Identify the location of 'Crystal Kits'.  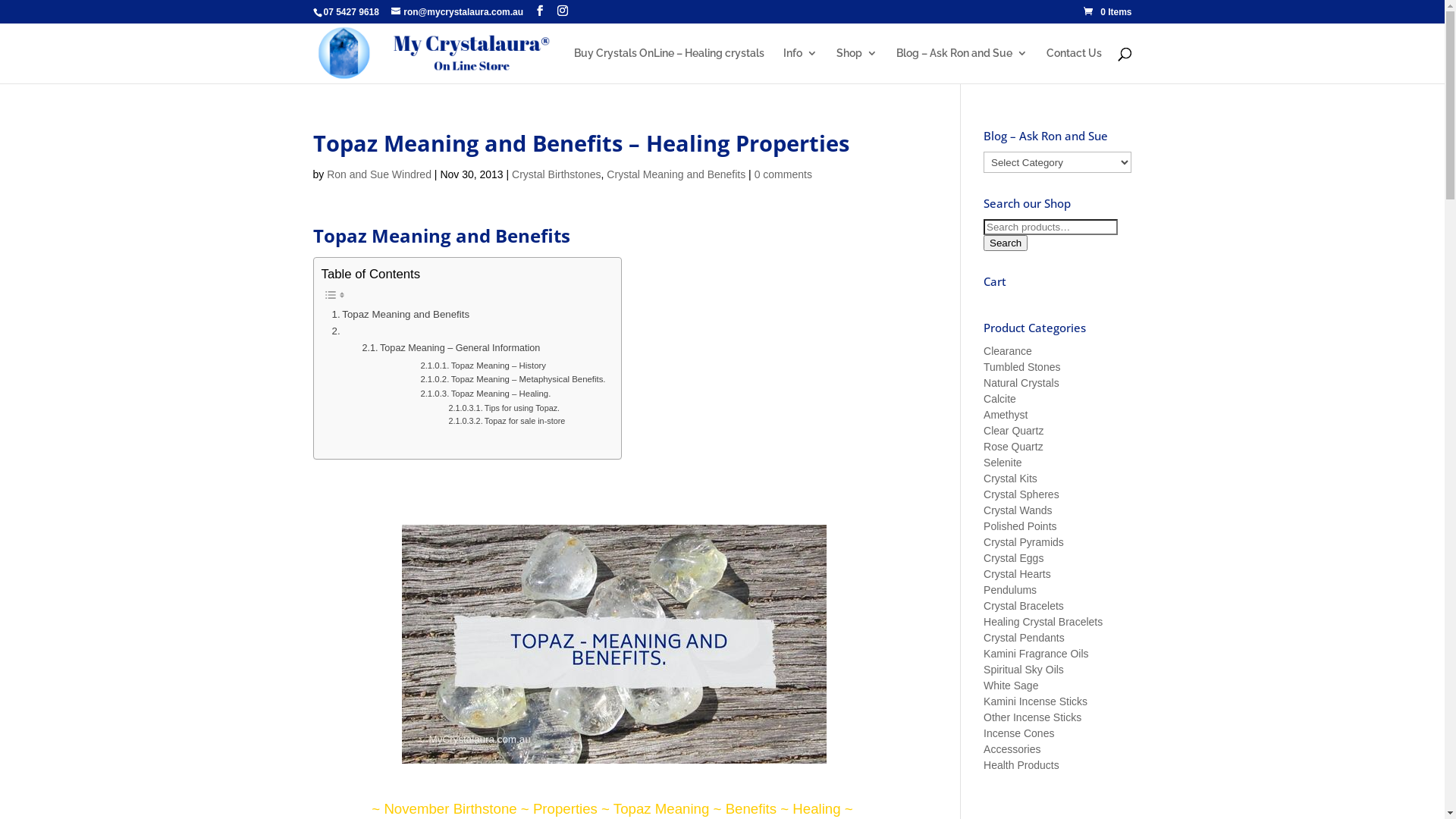
(983, 479).